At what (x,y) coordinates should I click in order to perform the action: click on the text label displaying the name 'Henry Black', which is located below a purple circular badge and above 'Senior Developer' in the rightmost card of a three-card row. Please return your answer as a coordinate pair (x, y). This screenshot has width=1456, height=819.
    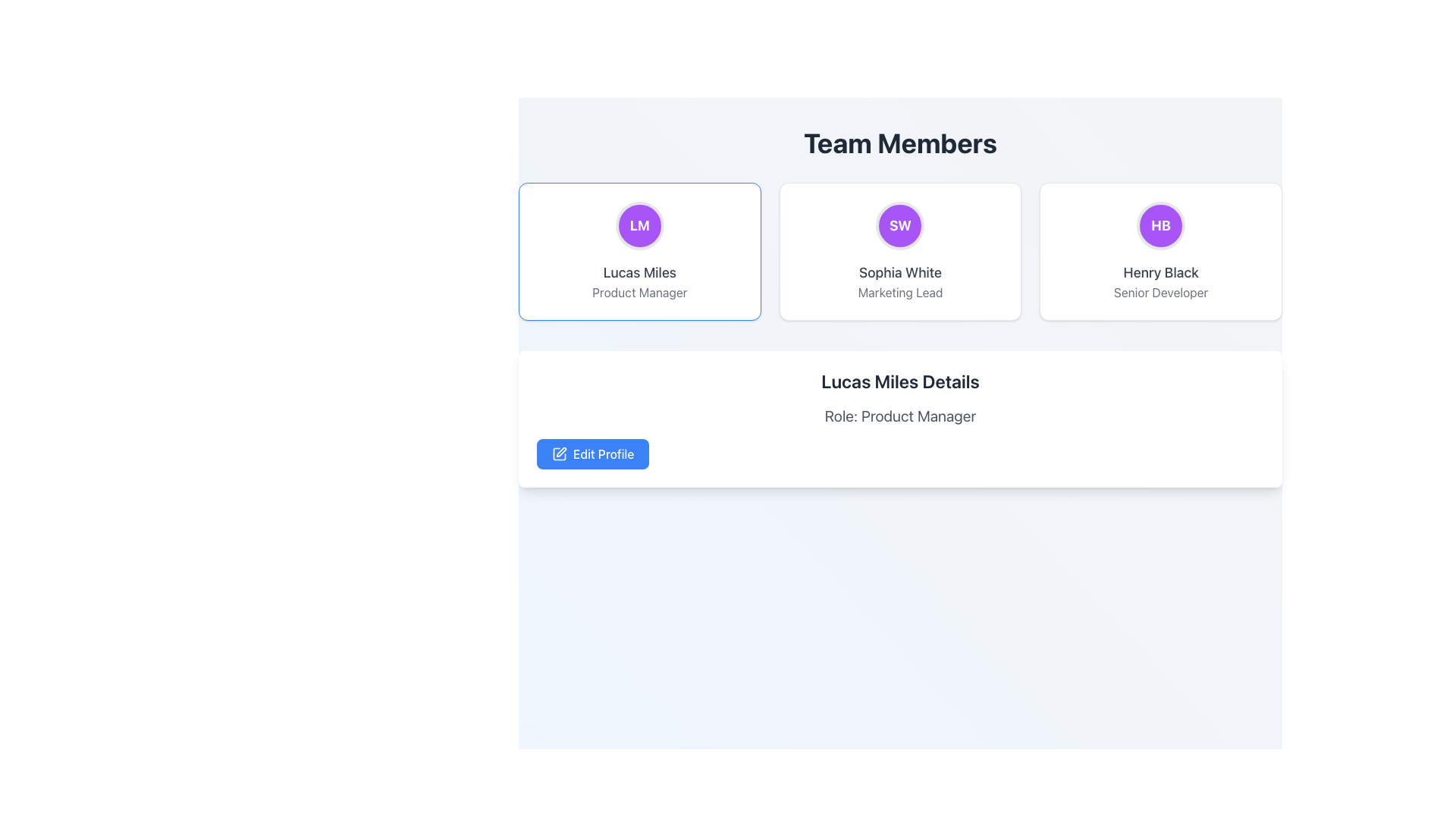
    Looking at the image, I should click on (1160, 271).